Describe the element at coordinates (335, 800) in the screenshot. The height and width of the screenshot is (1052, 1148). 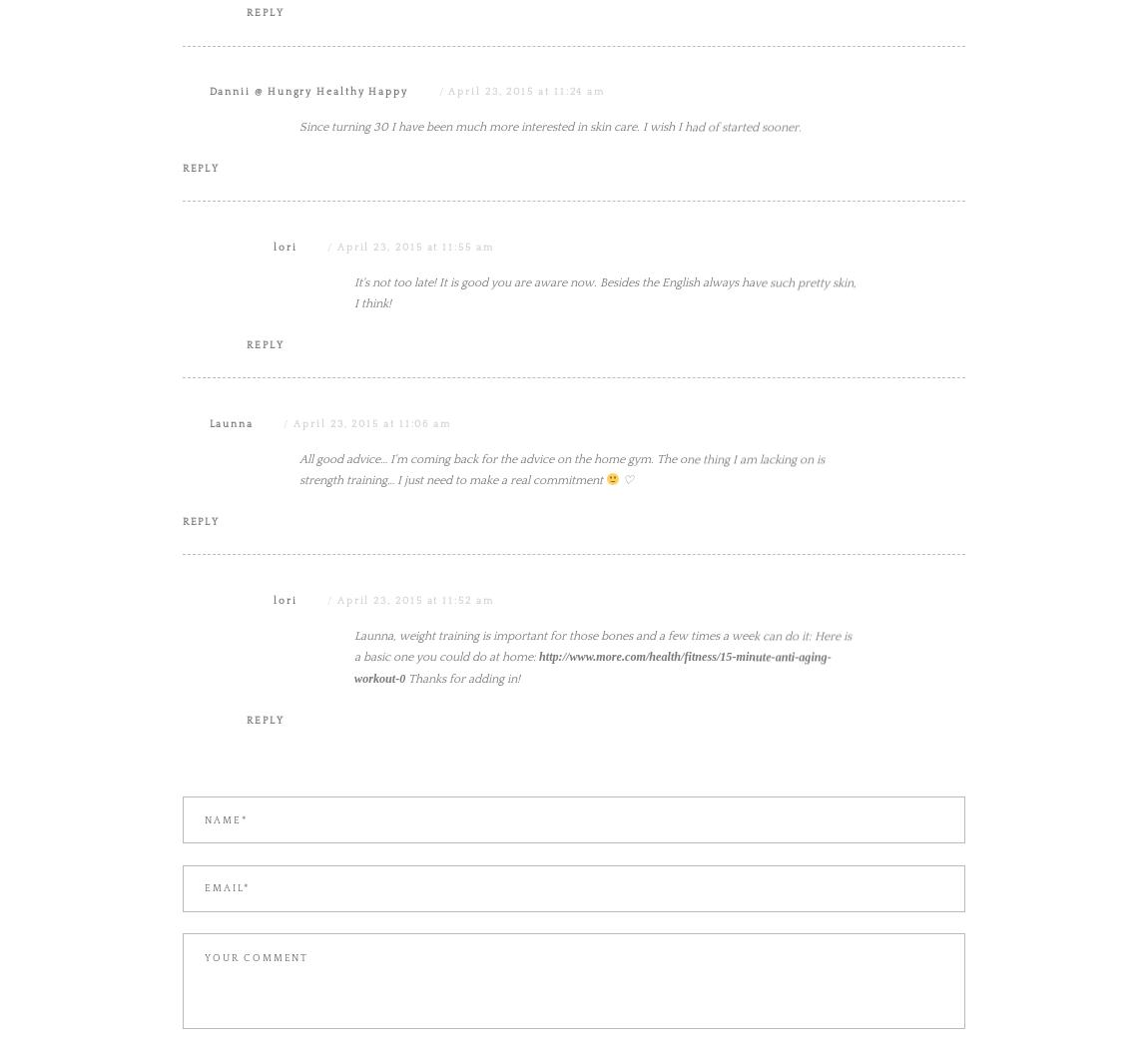
I see `'April 23, 2015 at 11:52 am'` at that location.